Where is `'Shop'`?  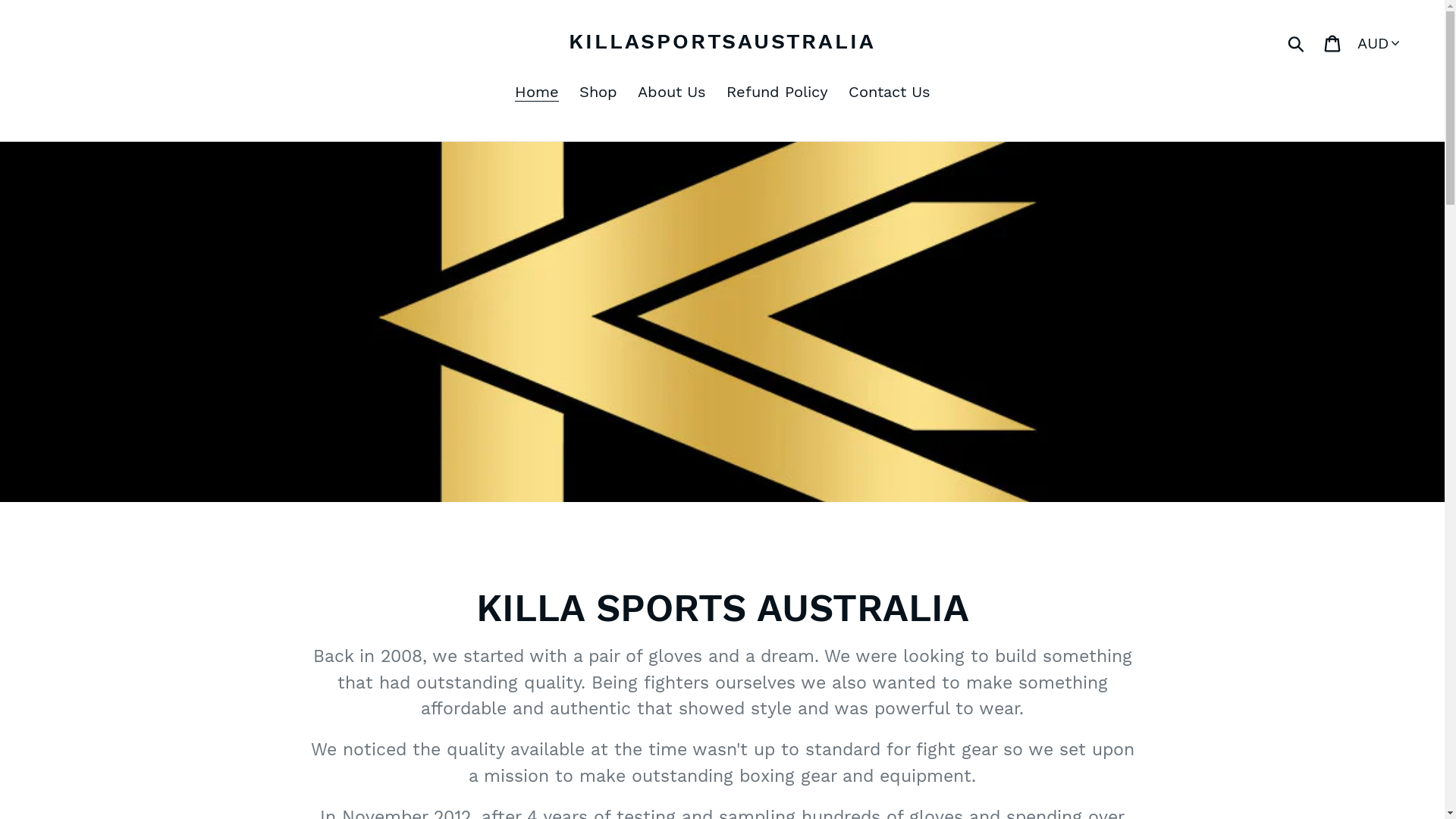 'Shop' is located at coordinates (597, 93).